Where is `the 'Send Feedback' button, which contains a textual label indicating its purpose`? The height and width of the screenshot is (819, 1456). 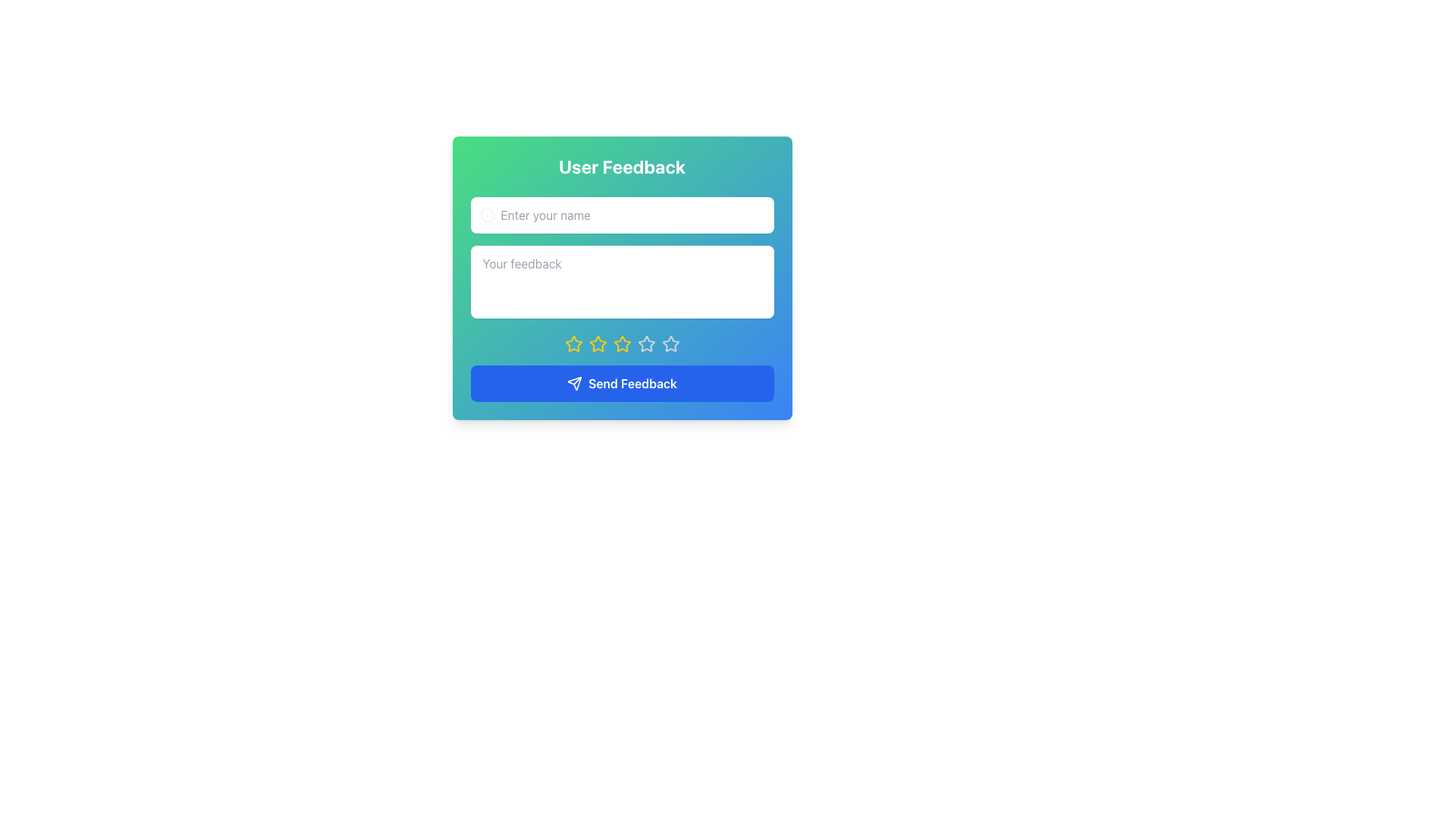 the 'Send Feedback' button, which contains a textual label indicating its purpose is located at coordinates (632, 382).